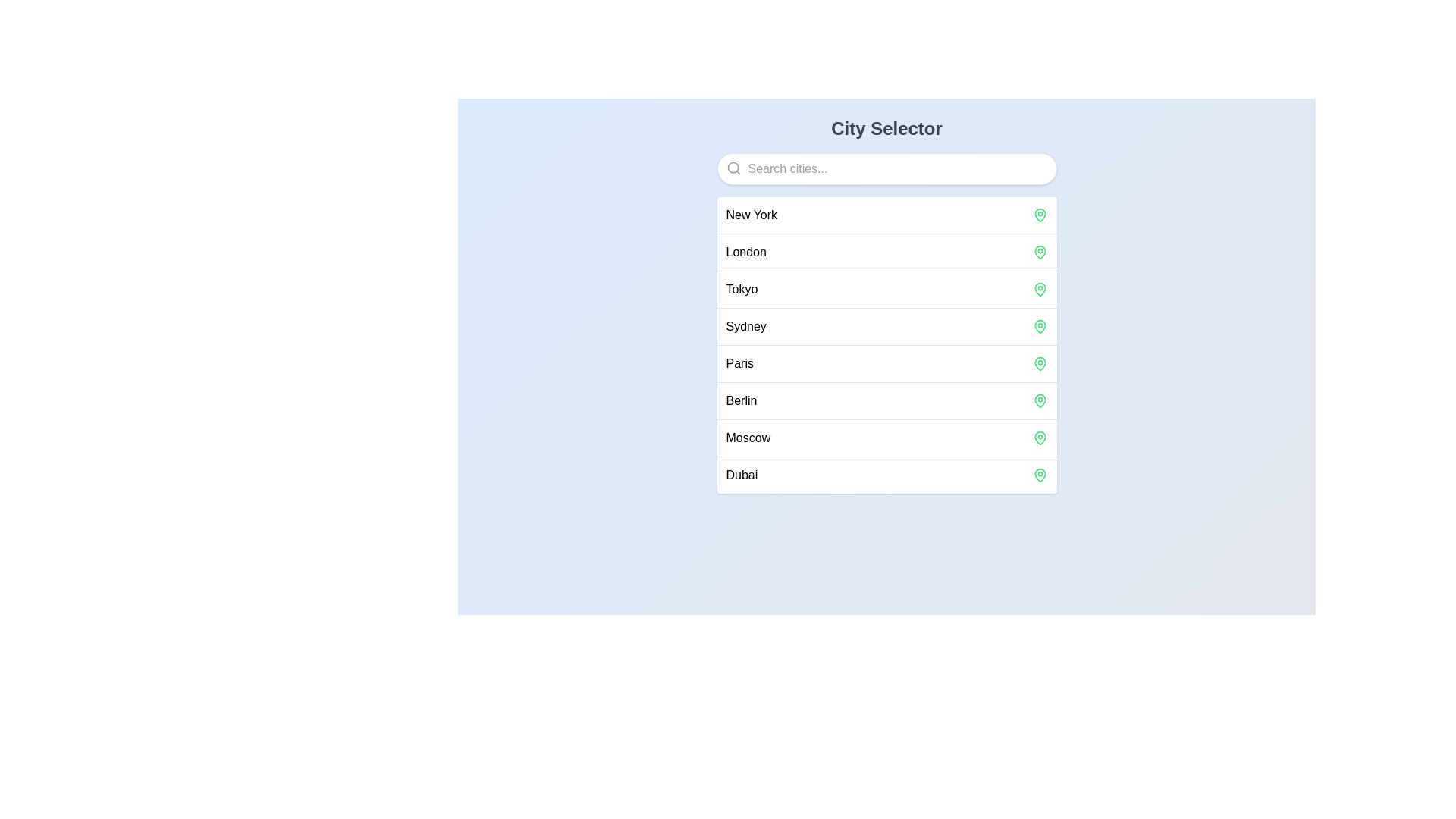 The width and height of the screenshot is (1456, 819). Describe the element at coordinates (886, 363) in the screenshot. I see `the list item representing 'Paris' by navigating to its content` at that location.